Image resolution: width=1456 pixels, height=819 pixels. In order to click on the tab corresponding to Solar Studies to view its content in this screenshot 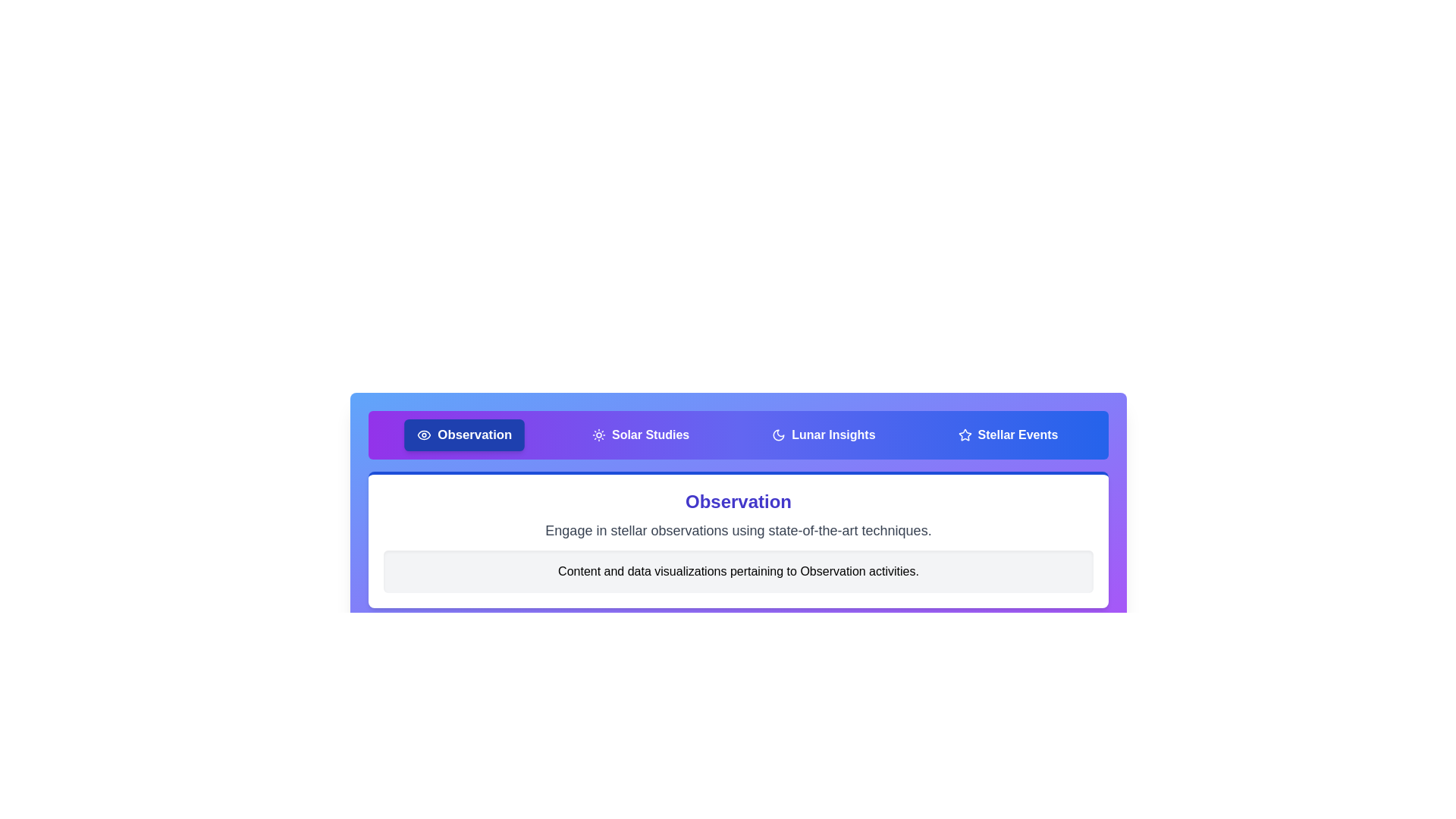, I will do `click(640, 435)`.